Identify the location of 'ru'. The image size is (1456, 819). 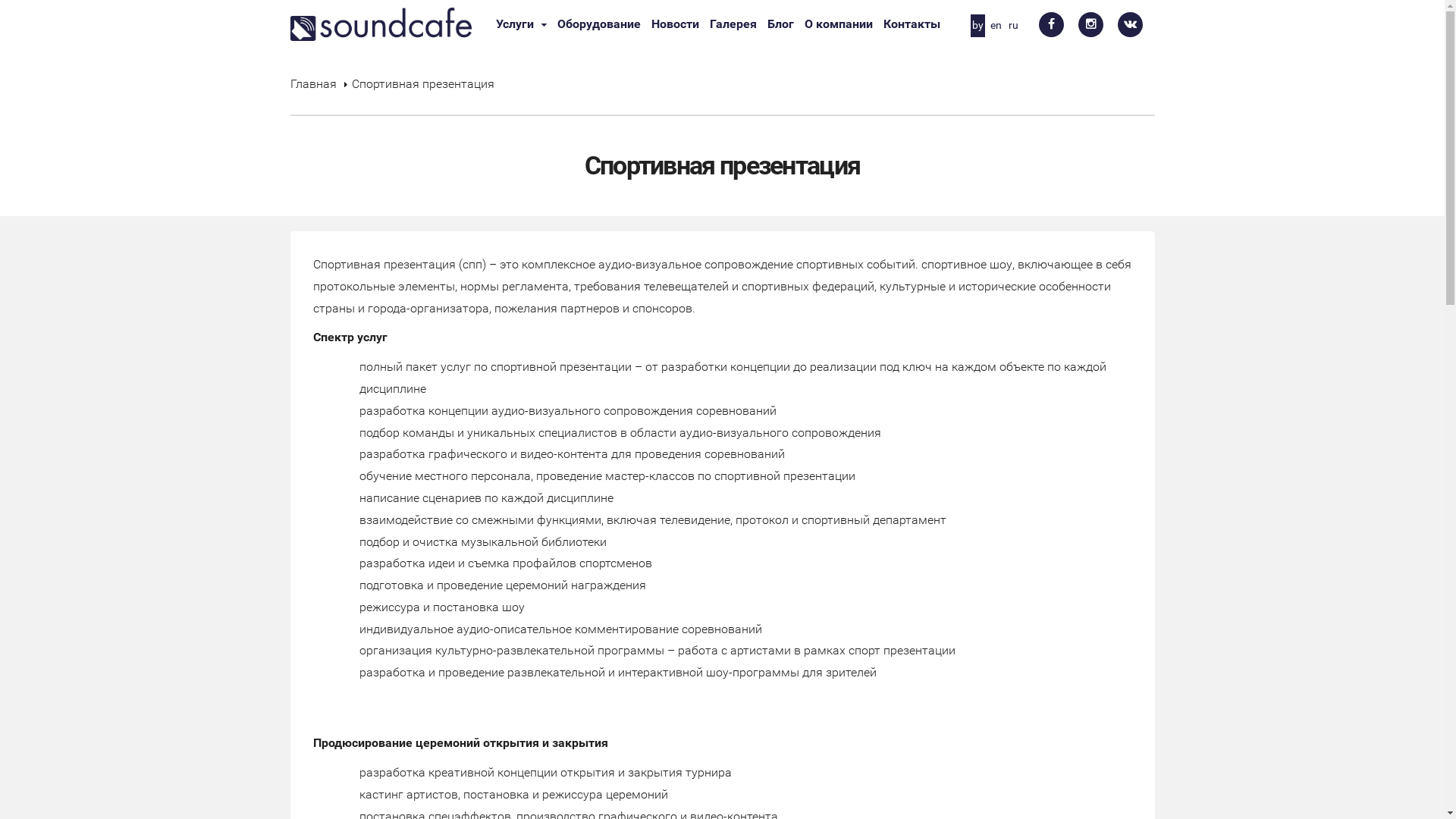
(1007, 25).